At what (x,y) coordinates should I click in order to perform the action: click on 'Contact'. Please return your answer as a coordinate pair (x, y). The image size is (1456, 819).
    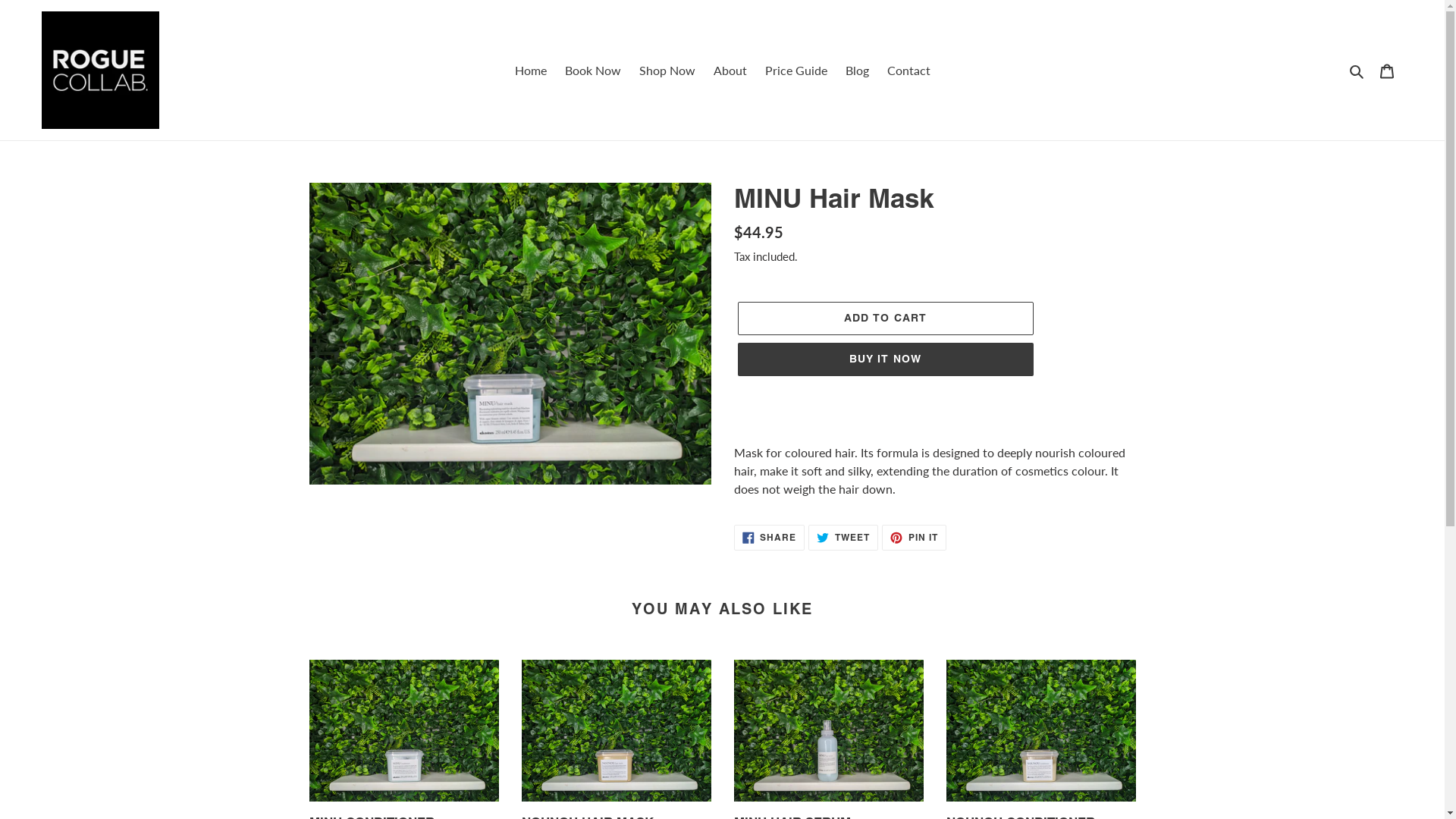
    Looking at the image, I should click on (908, 70).